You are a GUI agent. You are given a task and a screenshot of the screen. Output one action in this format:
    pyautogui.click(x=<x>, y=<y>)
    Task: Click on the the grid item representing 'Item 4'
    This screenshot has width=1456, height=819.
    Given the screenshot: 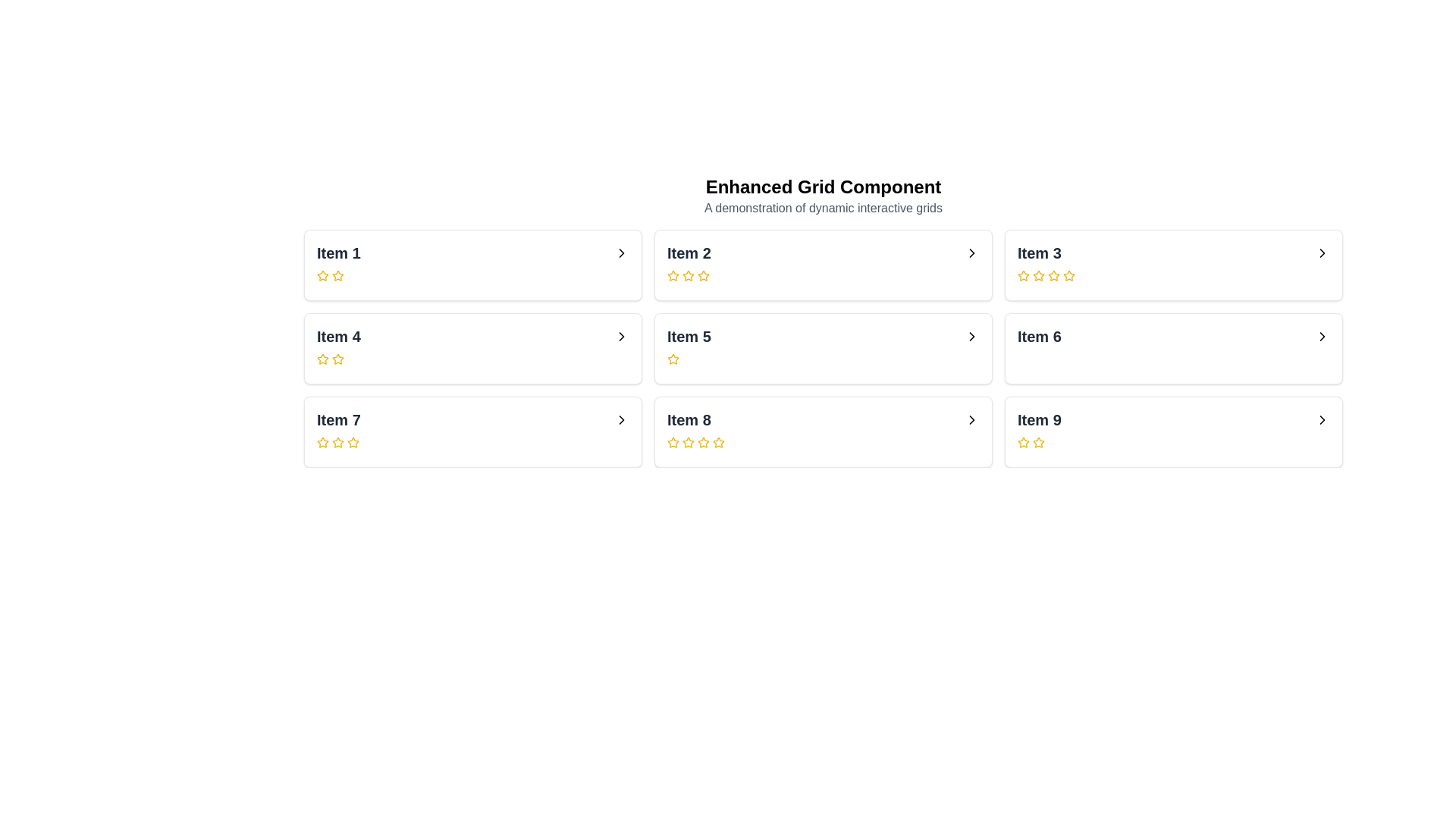 What is the action you would take?
    pyautogui.click(x=472, y=348)
    